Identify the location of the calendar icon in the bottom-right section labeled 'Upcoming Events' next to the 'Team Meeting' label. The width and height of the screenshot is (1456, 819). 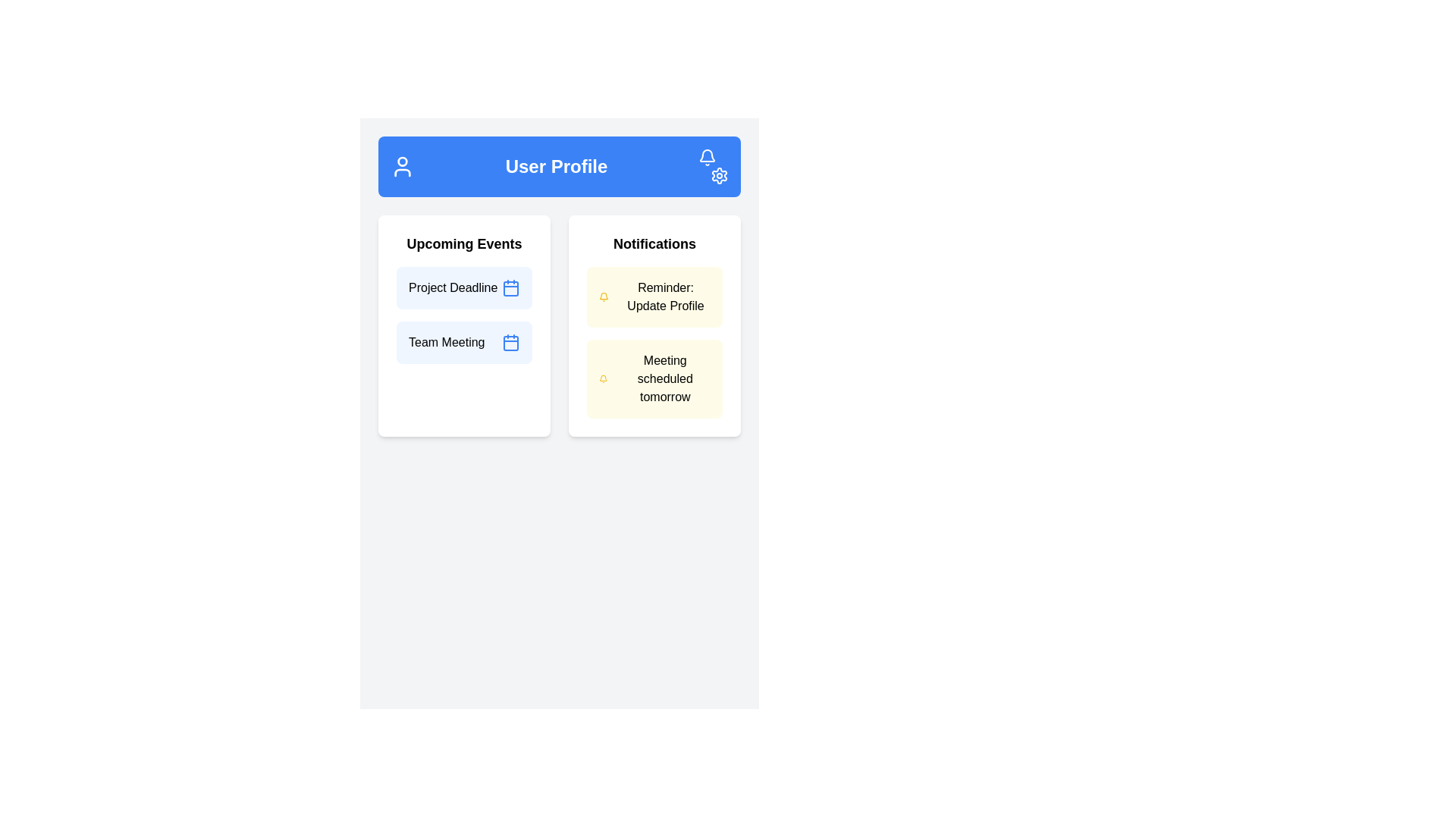
(510, 343).